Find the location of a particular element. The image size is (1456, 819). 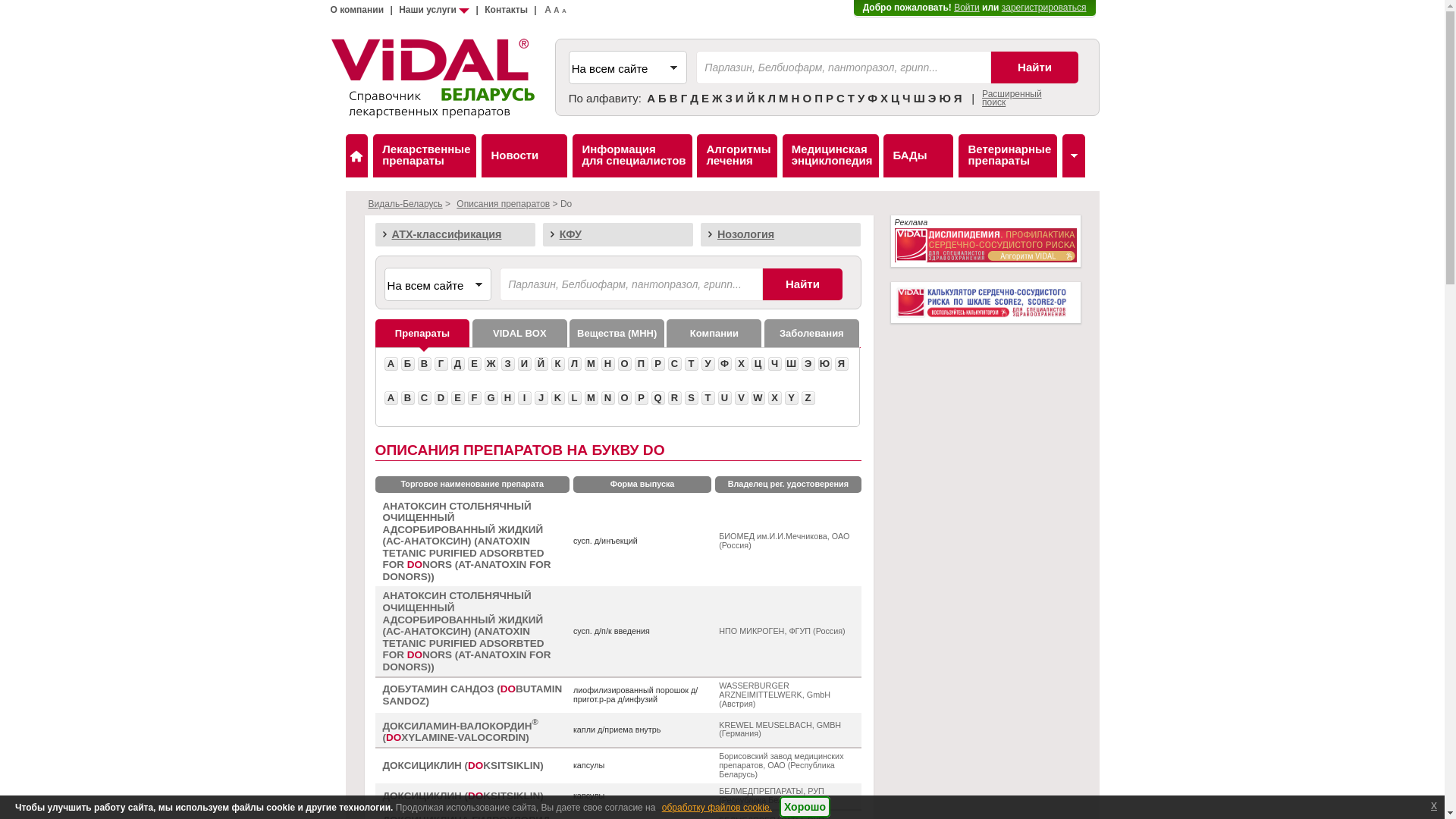

'X' is located at coordinates (774, 397).